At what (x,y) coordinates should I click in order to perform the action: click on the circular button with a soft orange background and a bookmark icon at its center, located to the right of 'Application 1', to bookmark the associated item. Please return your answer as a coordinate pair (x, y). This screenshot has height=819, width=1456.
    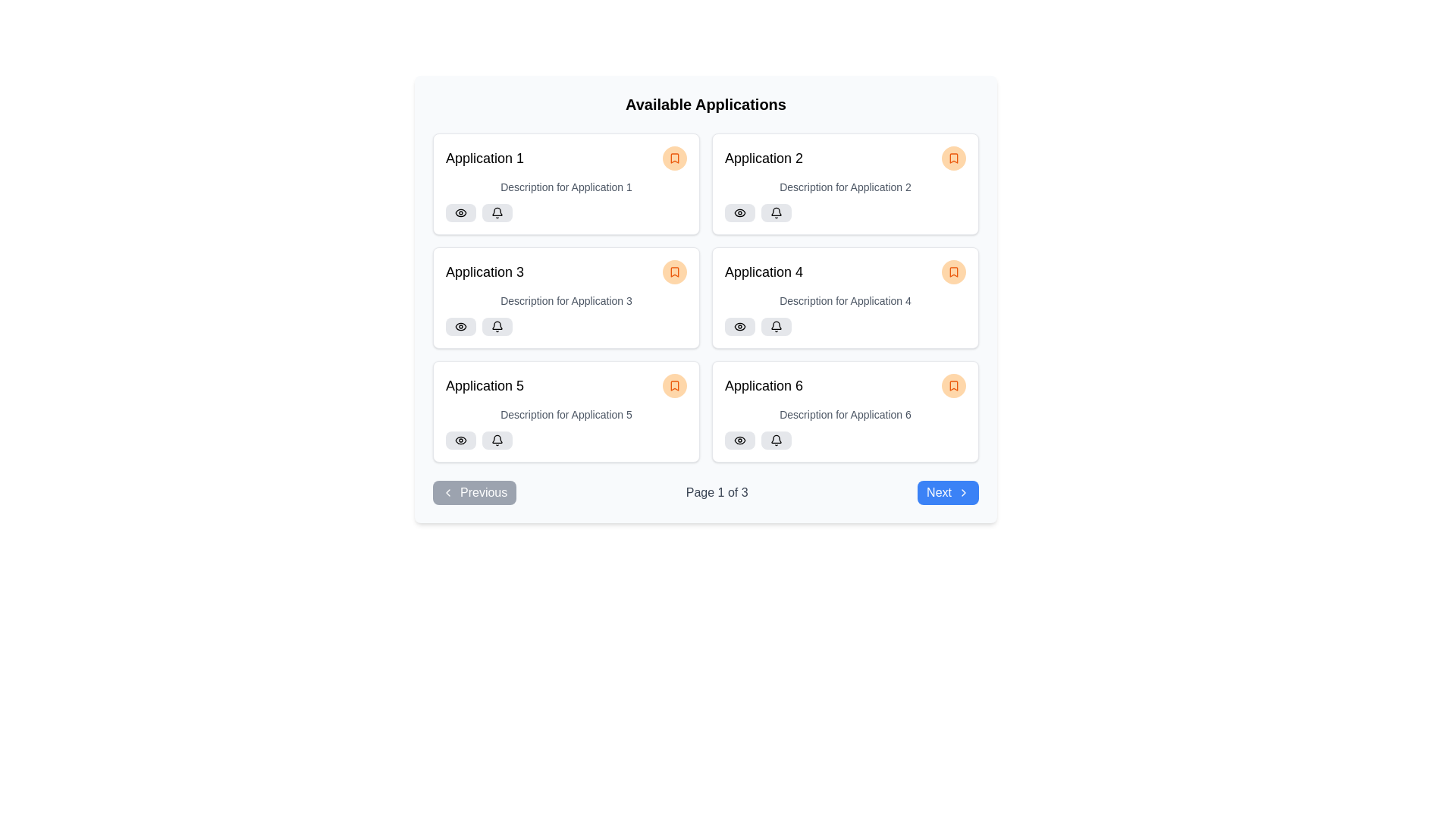
    Looking at the image, I should click on (673, 158).